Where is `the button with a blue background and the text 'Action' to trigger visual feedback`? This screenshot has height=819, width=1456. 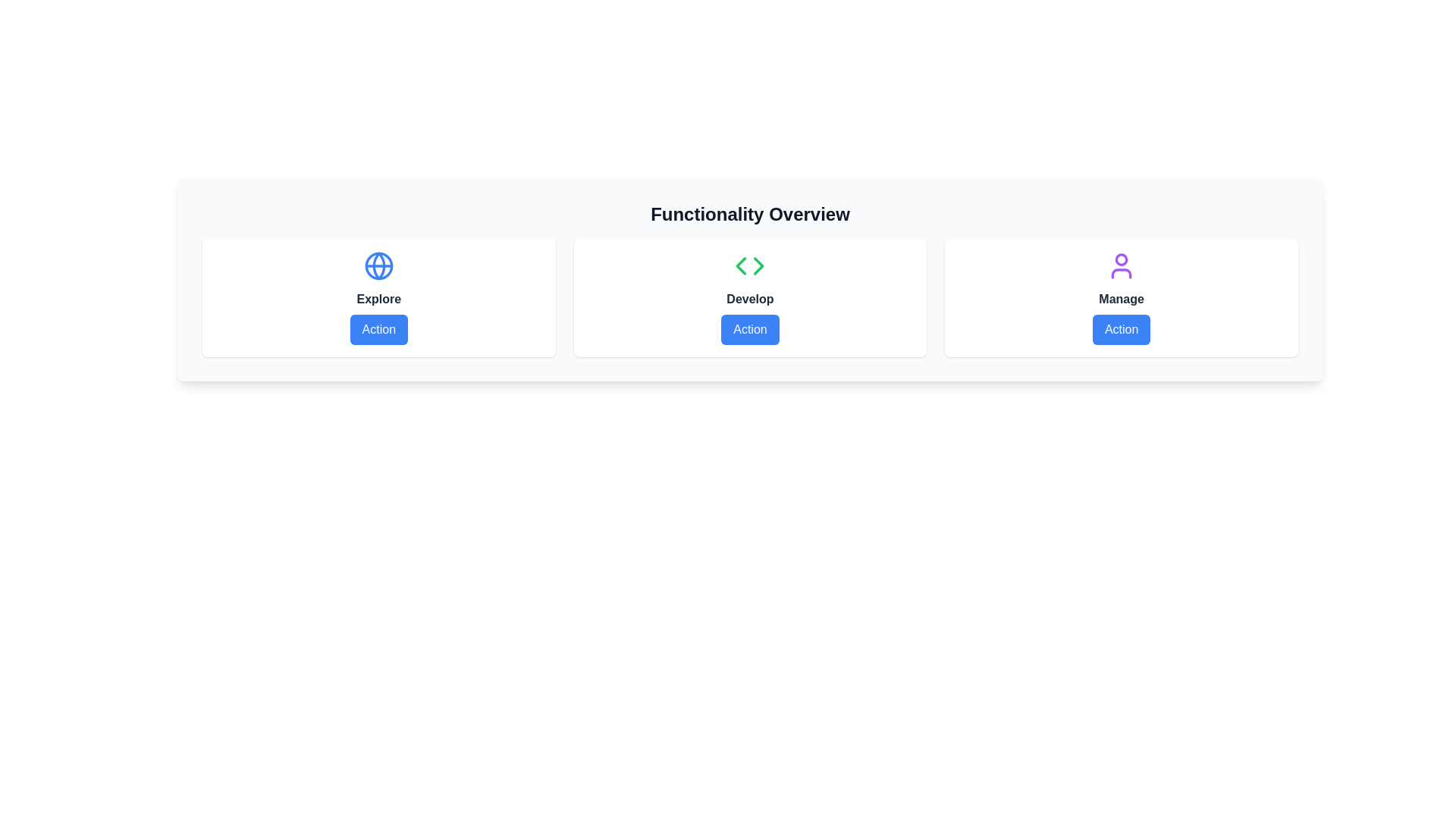 the button with a blue background and the text 'Action' to trigger visual feedback is located at coordinates (1122, 329).